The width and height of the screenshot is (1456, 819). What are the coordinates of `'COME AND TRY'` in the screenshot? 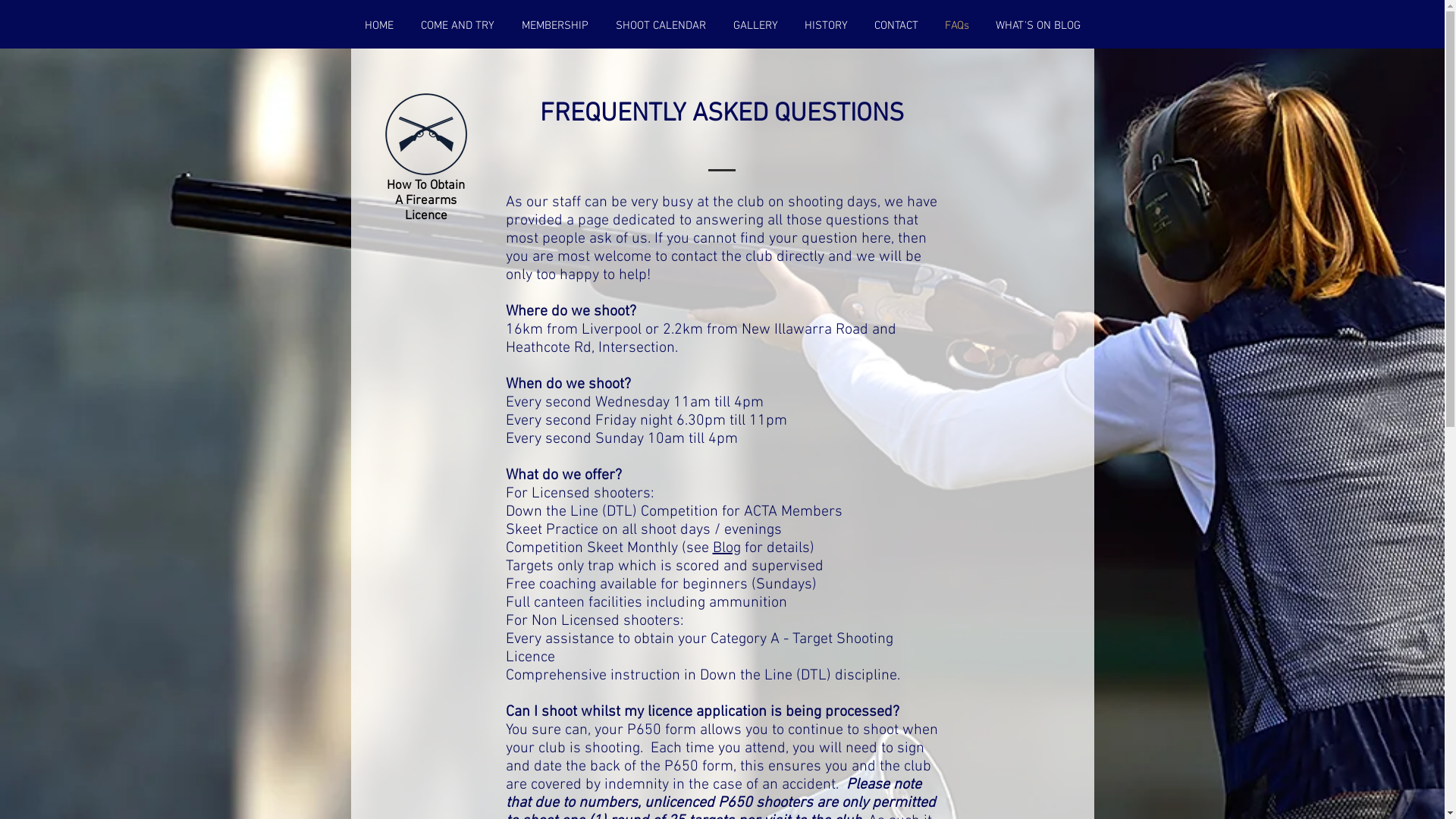 It's located at (456, 26).